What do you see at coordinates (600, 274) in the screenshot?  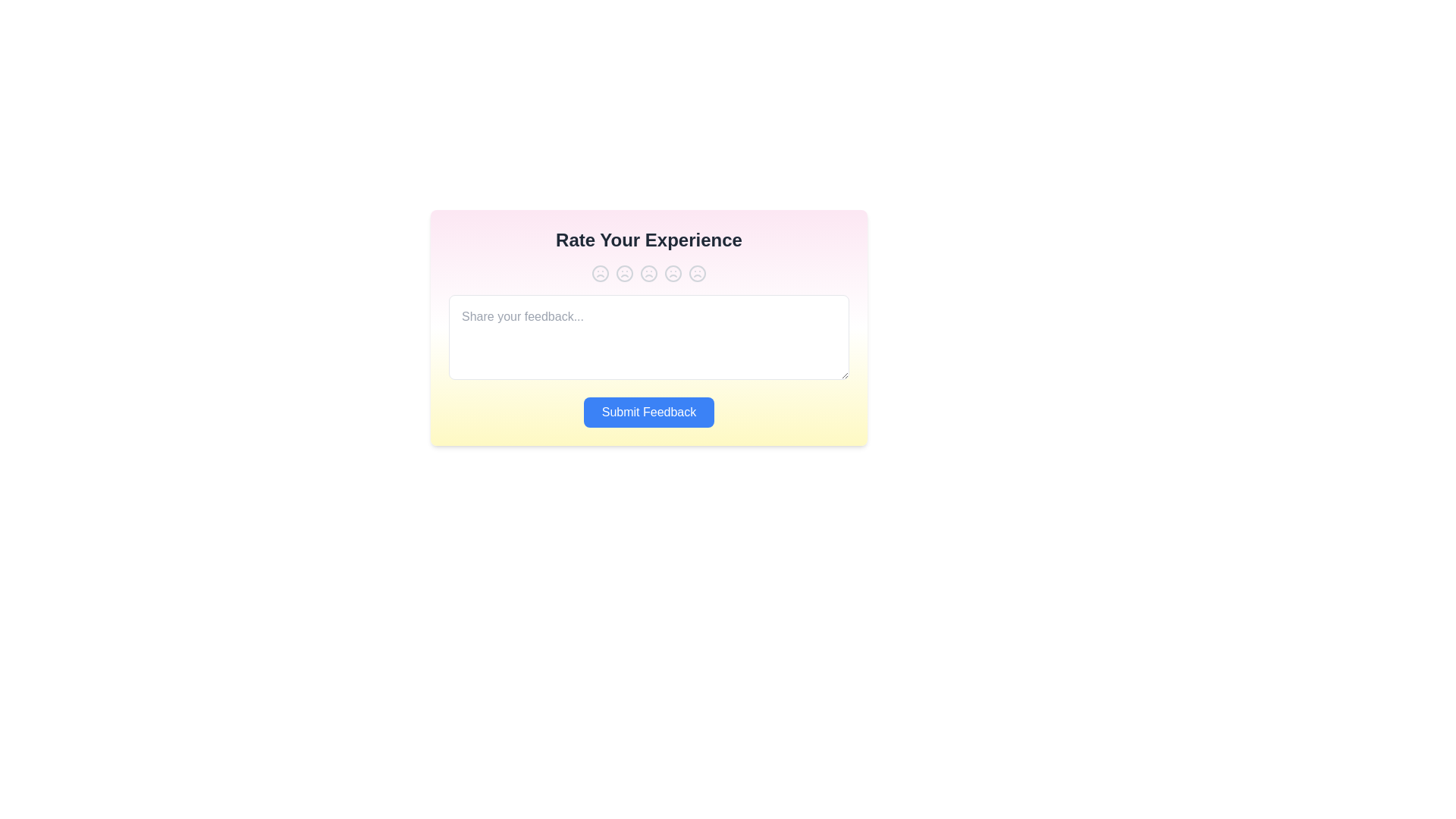 I see `the experience rating to 1 by clicking the corresponding button` at bounding box center [600, 274].